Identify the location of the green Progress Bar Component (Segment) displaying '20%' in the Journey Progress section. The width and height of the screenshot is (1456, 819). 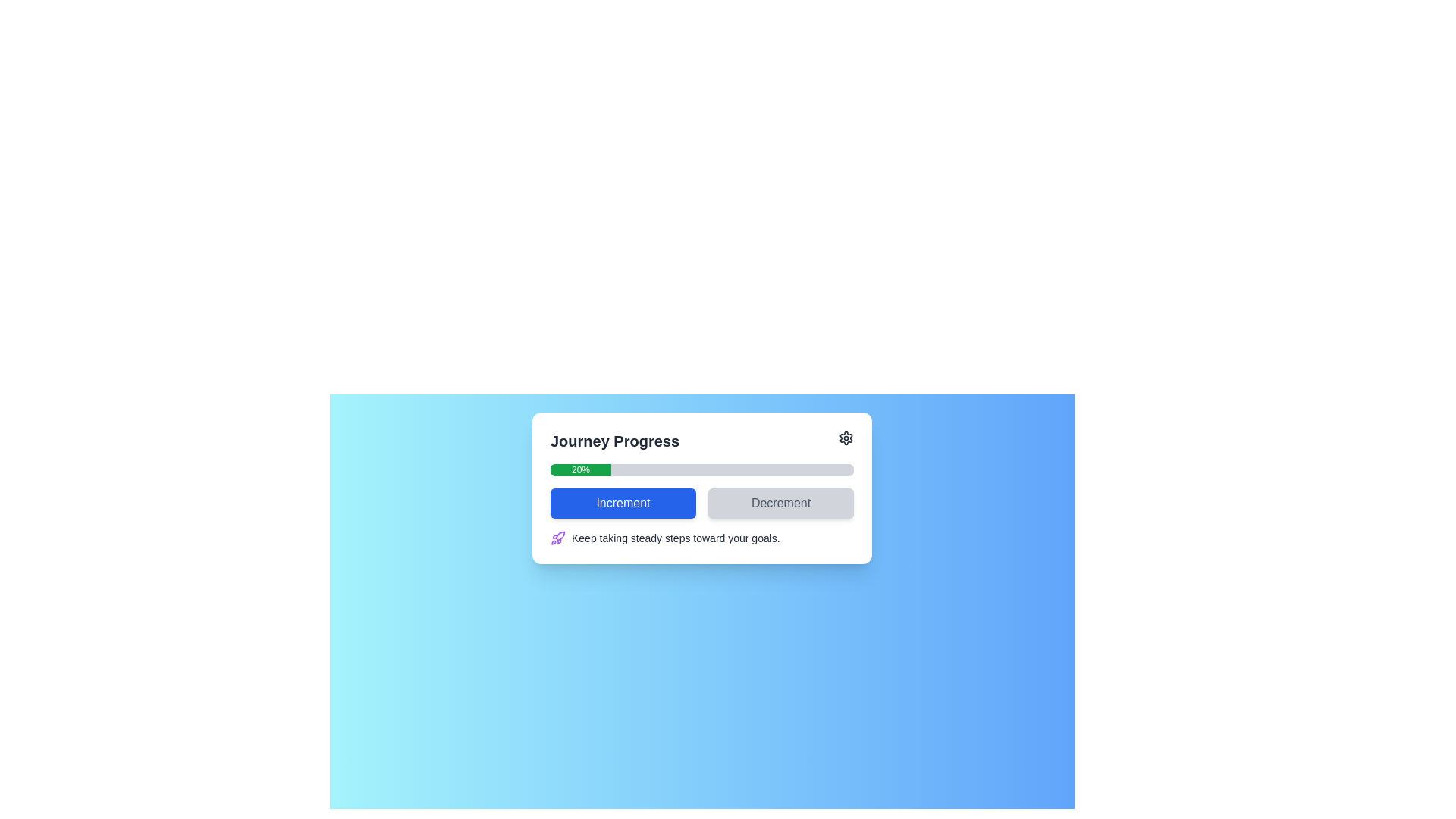
(580, 469).